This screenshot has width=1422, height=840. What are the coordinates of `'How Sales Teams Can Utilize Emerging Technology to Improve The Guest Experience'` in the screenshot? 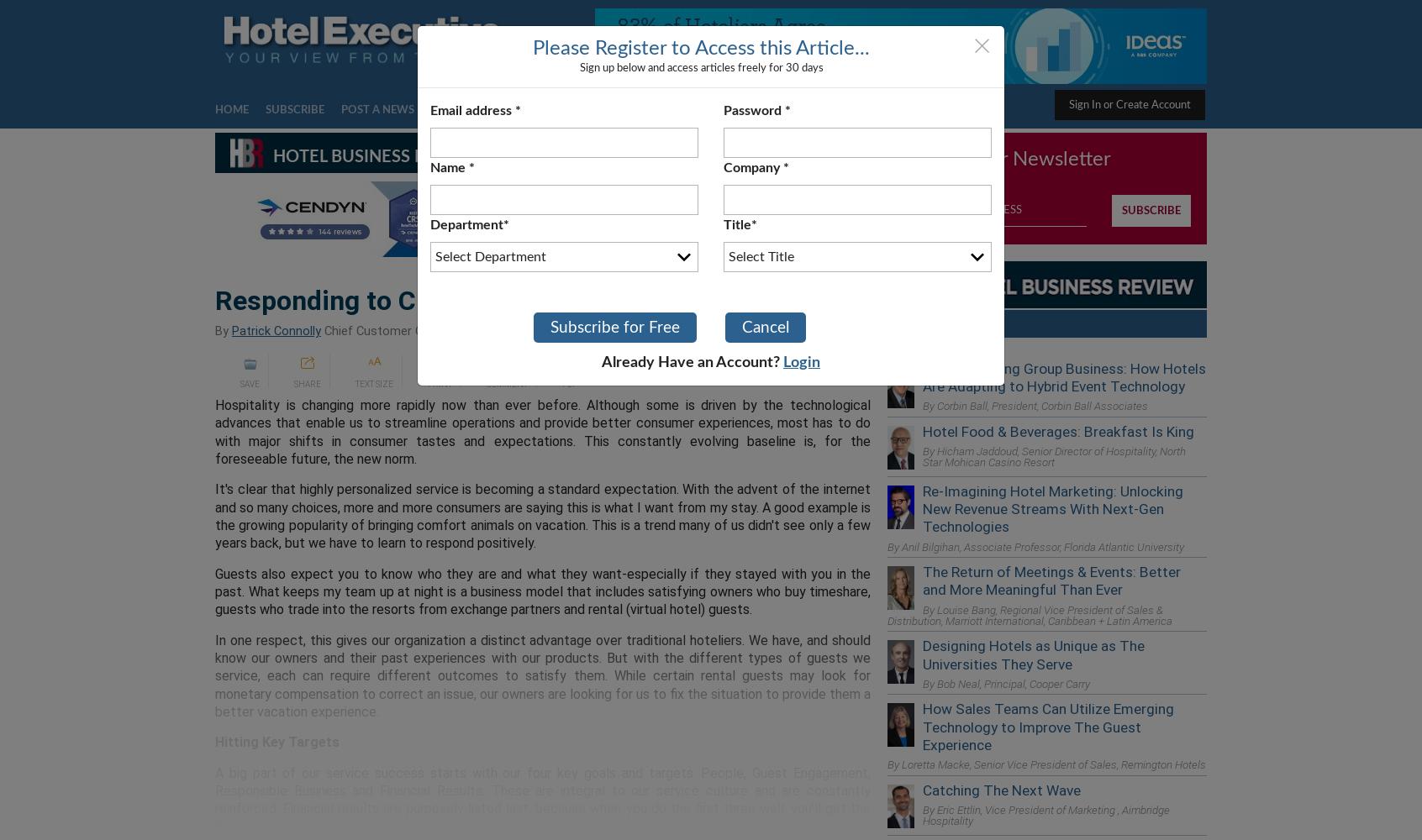 It's located at (922, 726).